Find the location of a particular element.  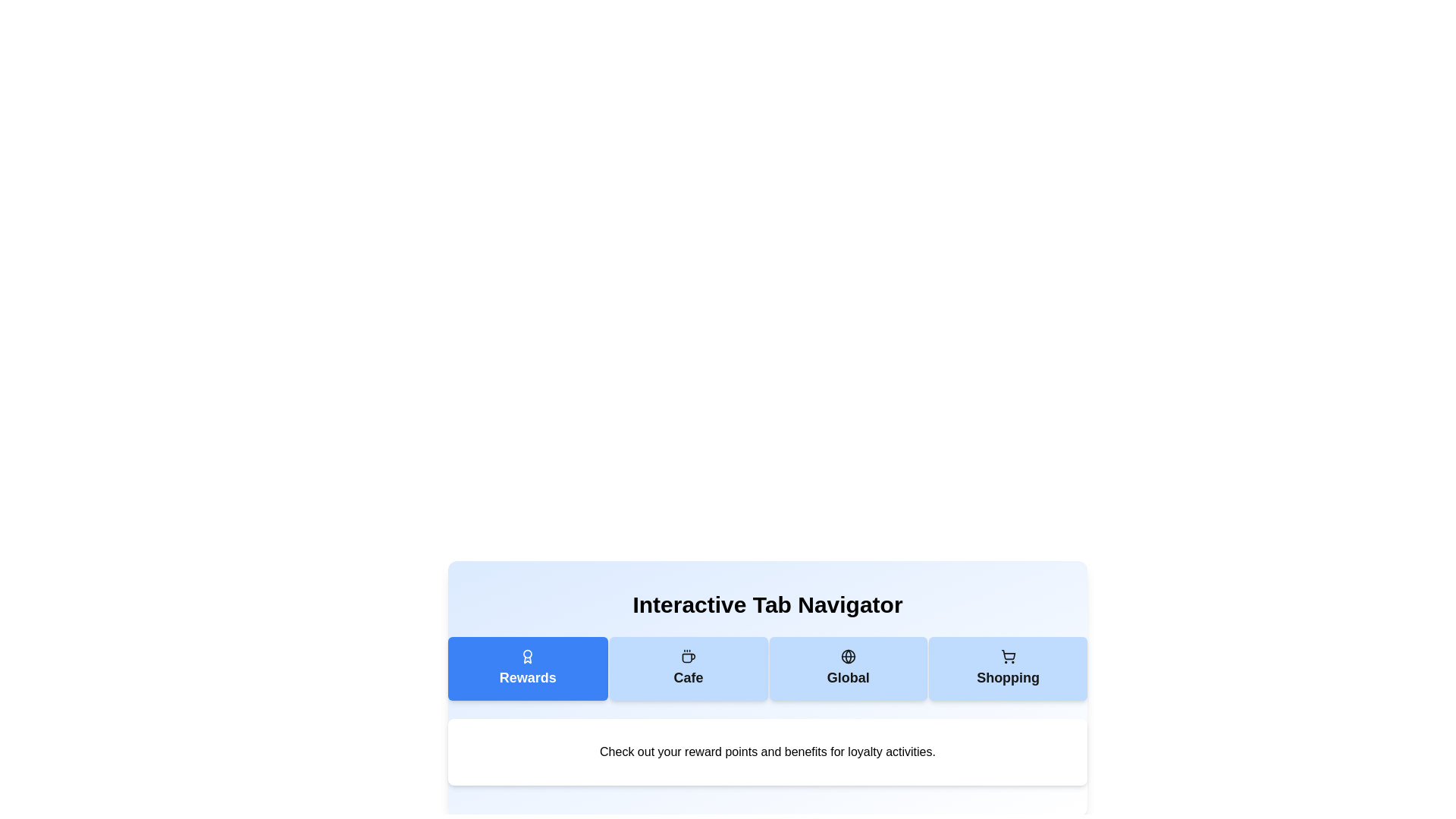

the tab labeled Global to observe its icon is located at coordinates (847, 668).